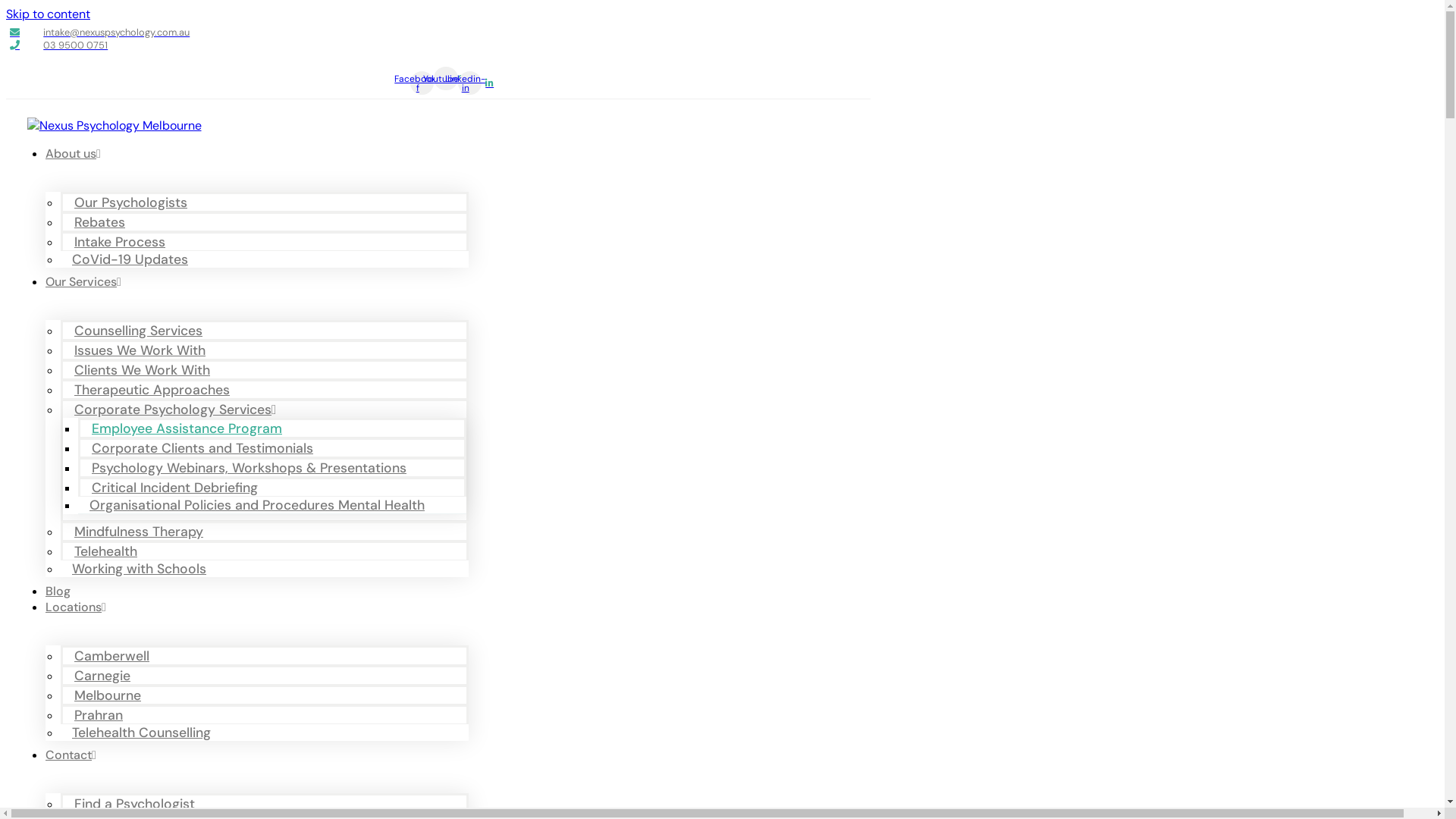  Describe the element at coordinates (155, 388) in the screenshot. I see `'Therapeutic Approaches'` at that location.